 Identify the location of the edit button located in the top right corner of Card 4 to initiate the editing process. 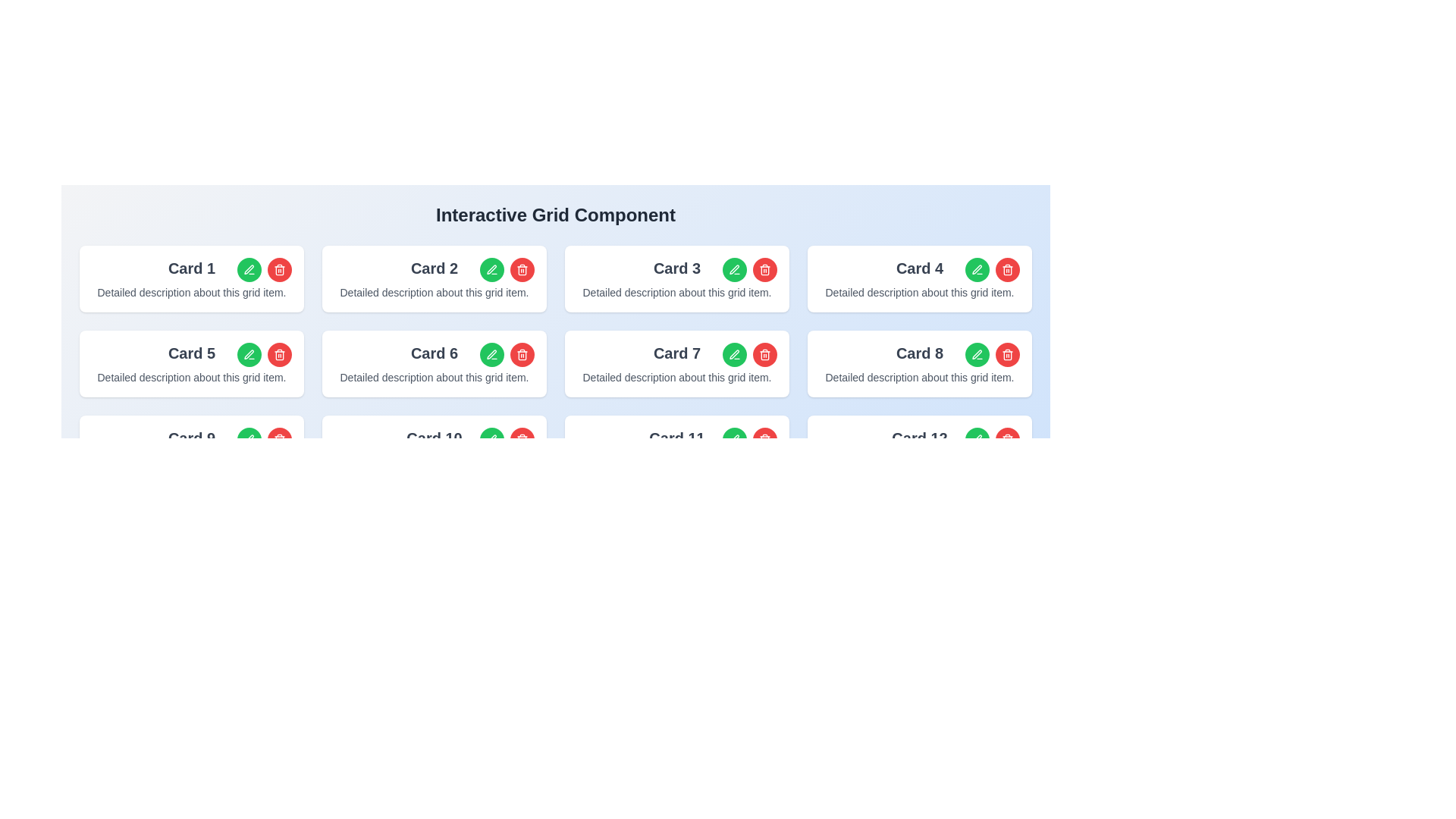
(977, 268).